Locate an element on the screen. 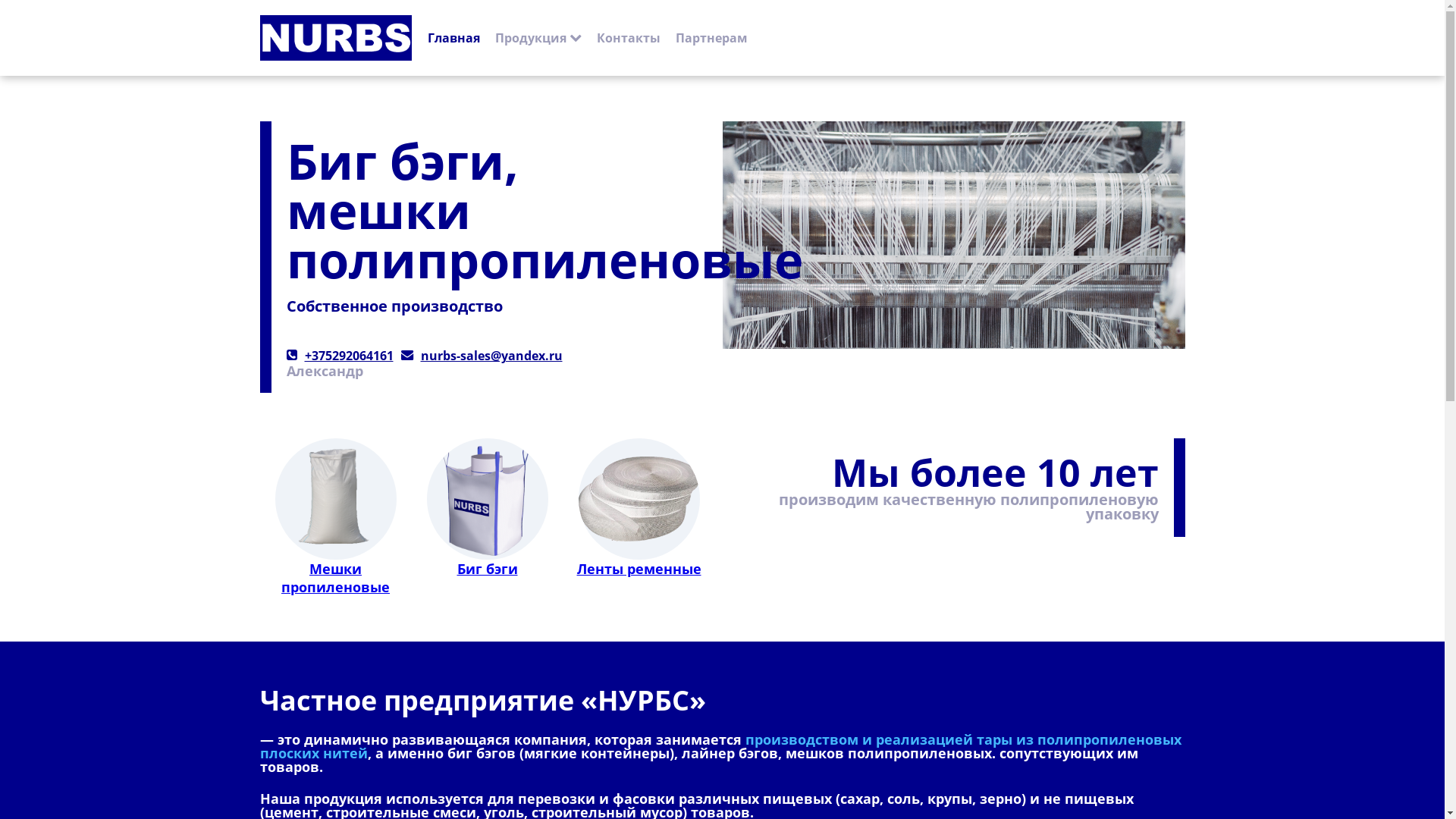 The width and height of the screenshot is (1456, 819). '+375292064161' is located at coordinates (304, 356).